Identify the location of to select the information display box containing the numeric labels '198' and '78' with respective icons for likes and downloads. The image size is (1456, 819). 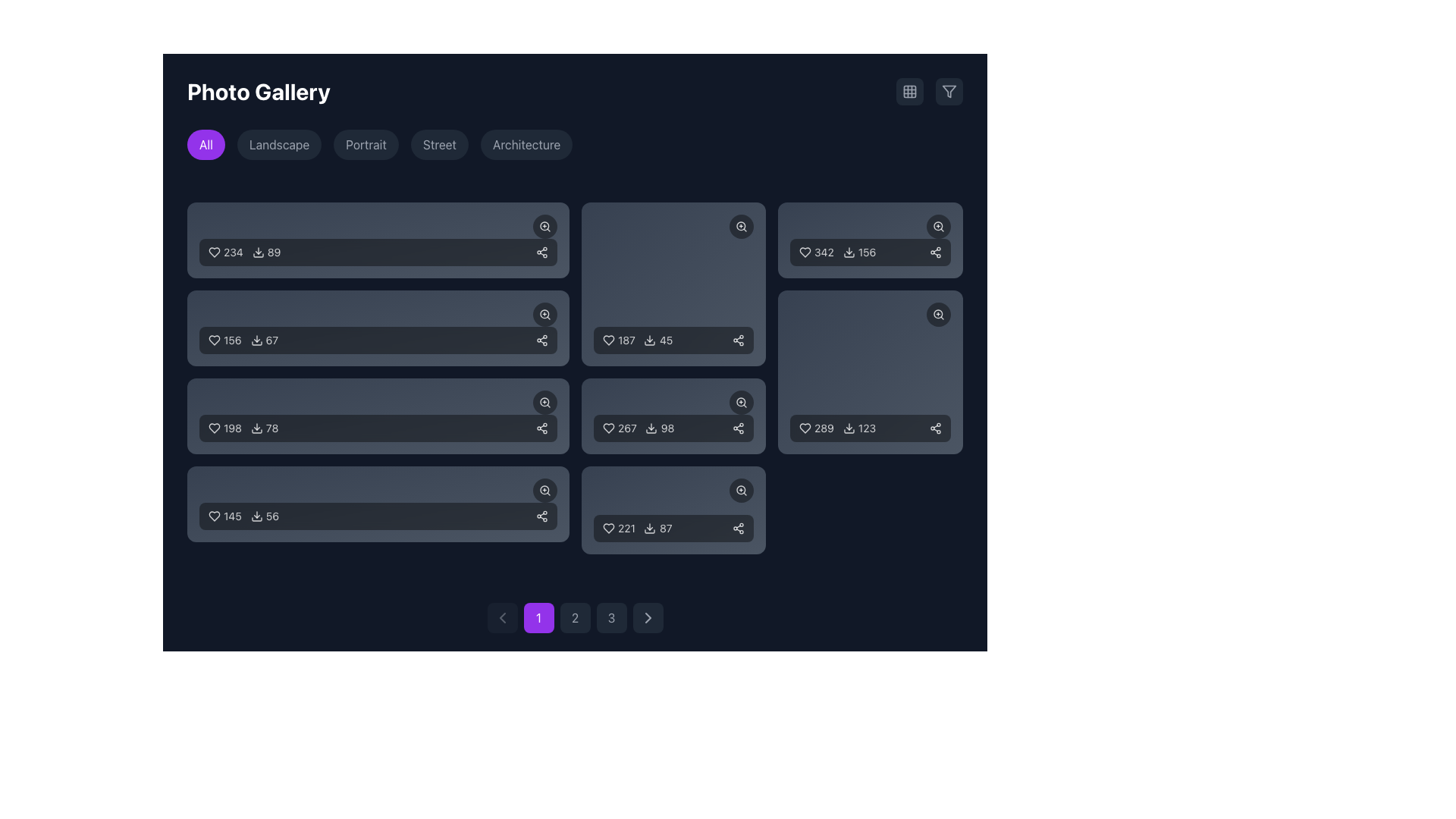
(378, 428).